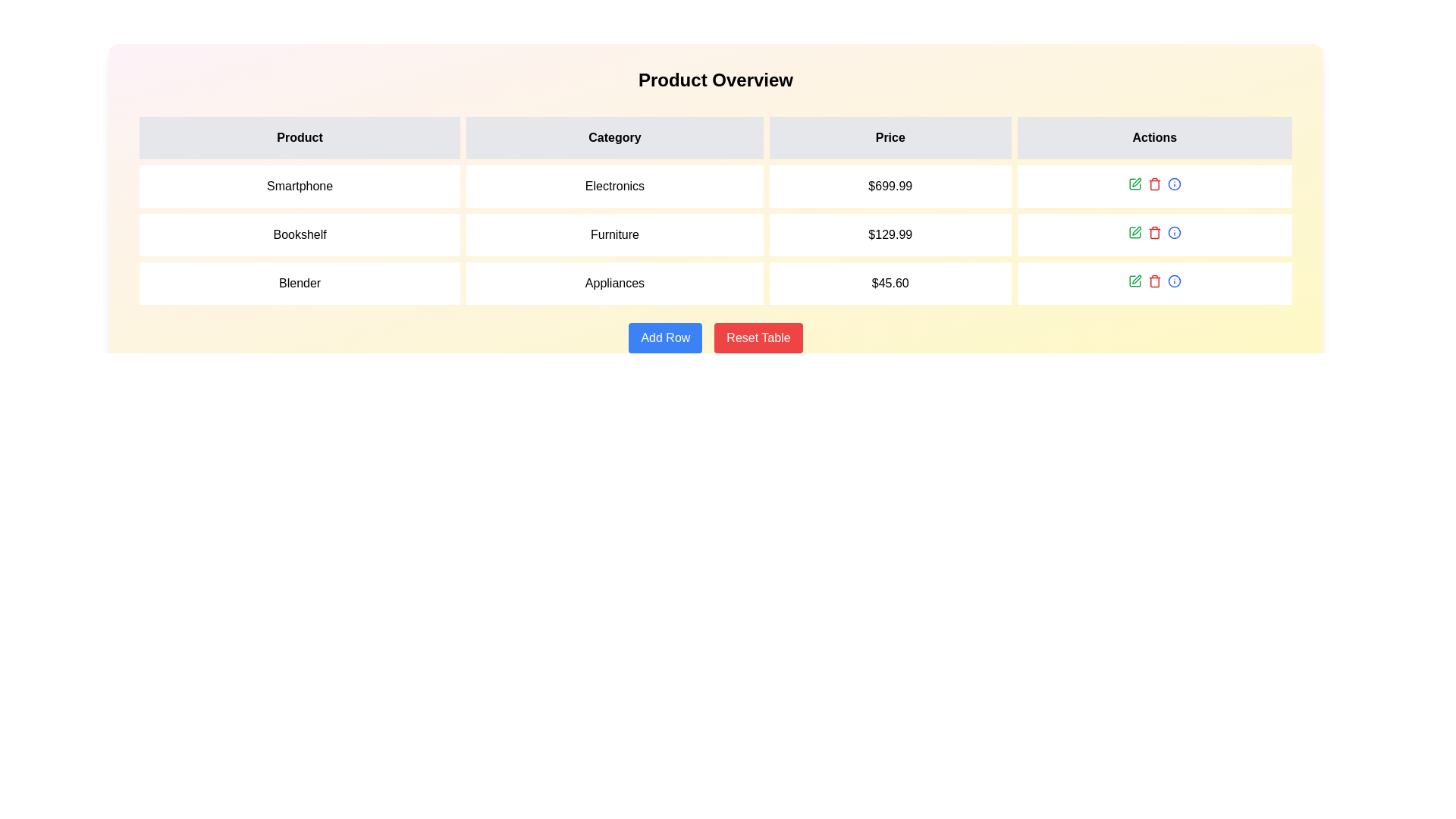 The width and height of the screenshot is (1456, 819). I want to click on the table row containing 'Blender', 'Appliances', and '$45.60' in the 'Product Overview' section, so click(715, 284).